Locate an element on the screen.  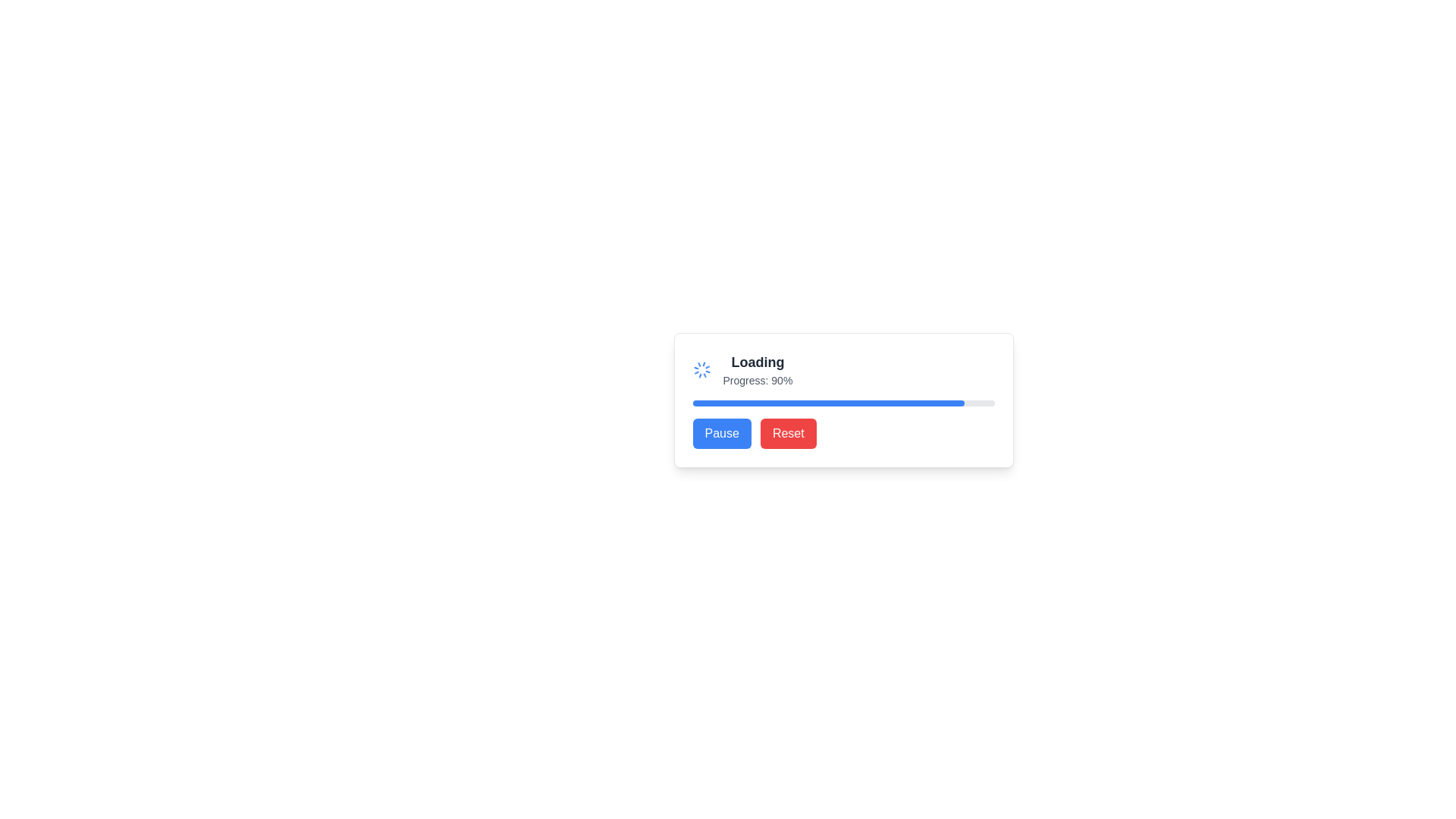
the Text block that displays the loading status, which includes a title and percentage progress, located centrally above the progress bar and buttons is located at coordinates (758, 370).